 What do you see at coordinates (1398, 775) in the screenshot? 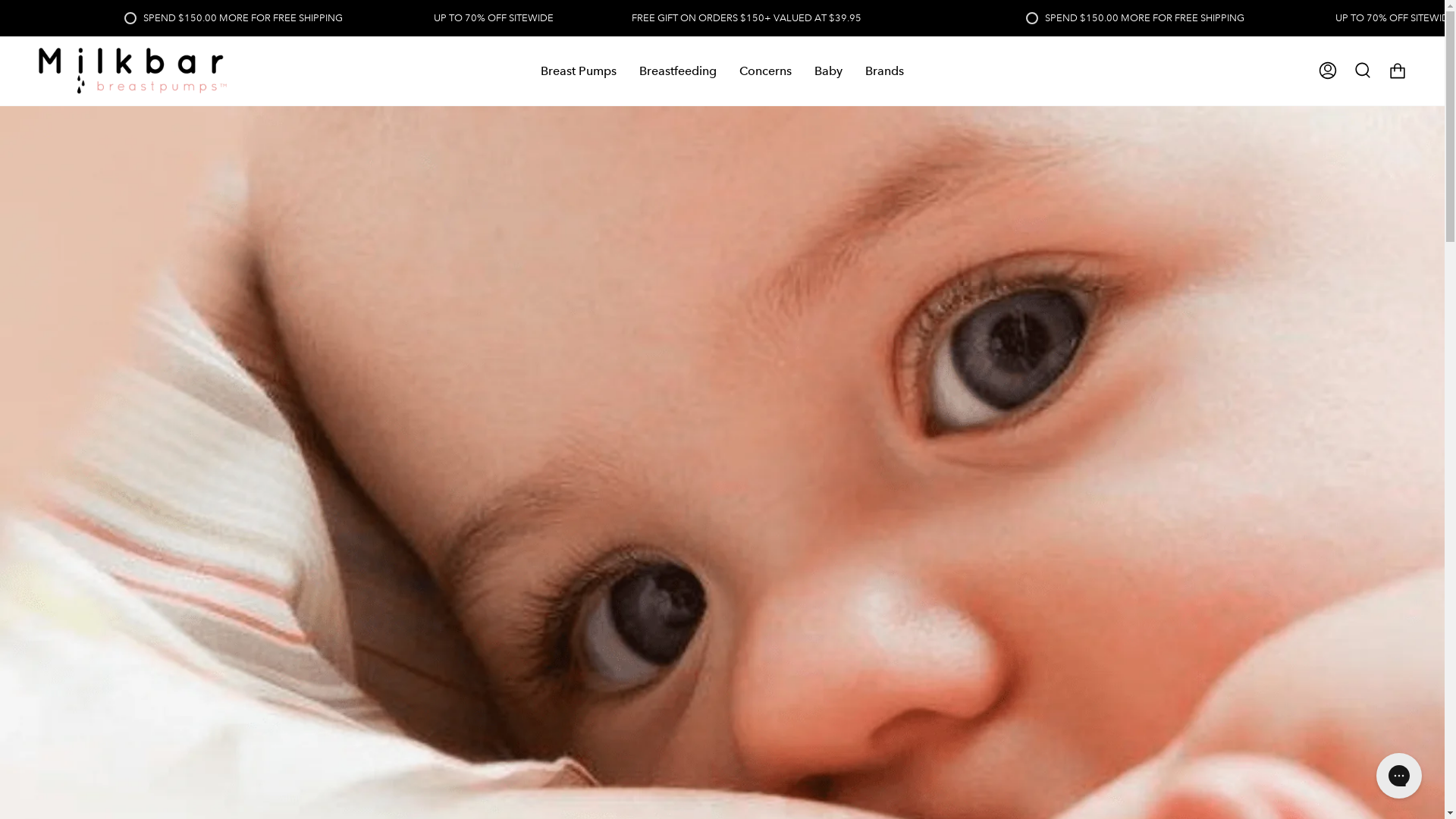
I see `'Gorgias live chat messenger'` at bounding box center [1398, 775].